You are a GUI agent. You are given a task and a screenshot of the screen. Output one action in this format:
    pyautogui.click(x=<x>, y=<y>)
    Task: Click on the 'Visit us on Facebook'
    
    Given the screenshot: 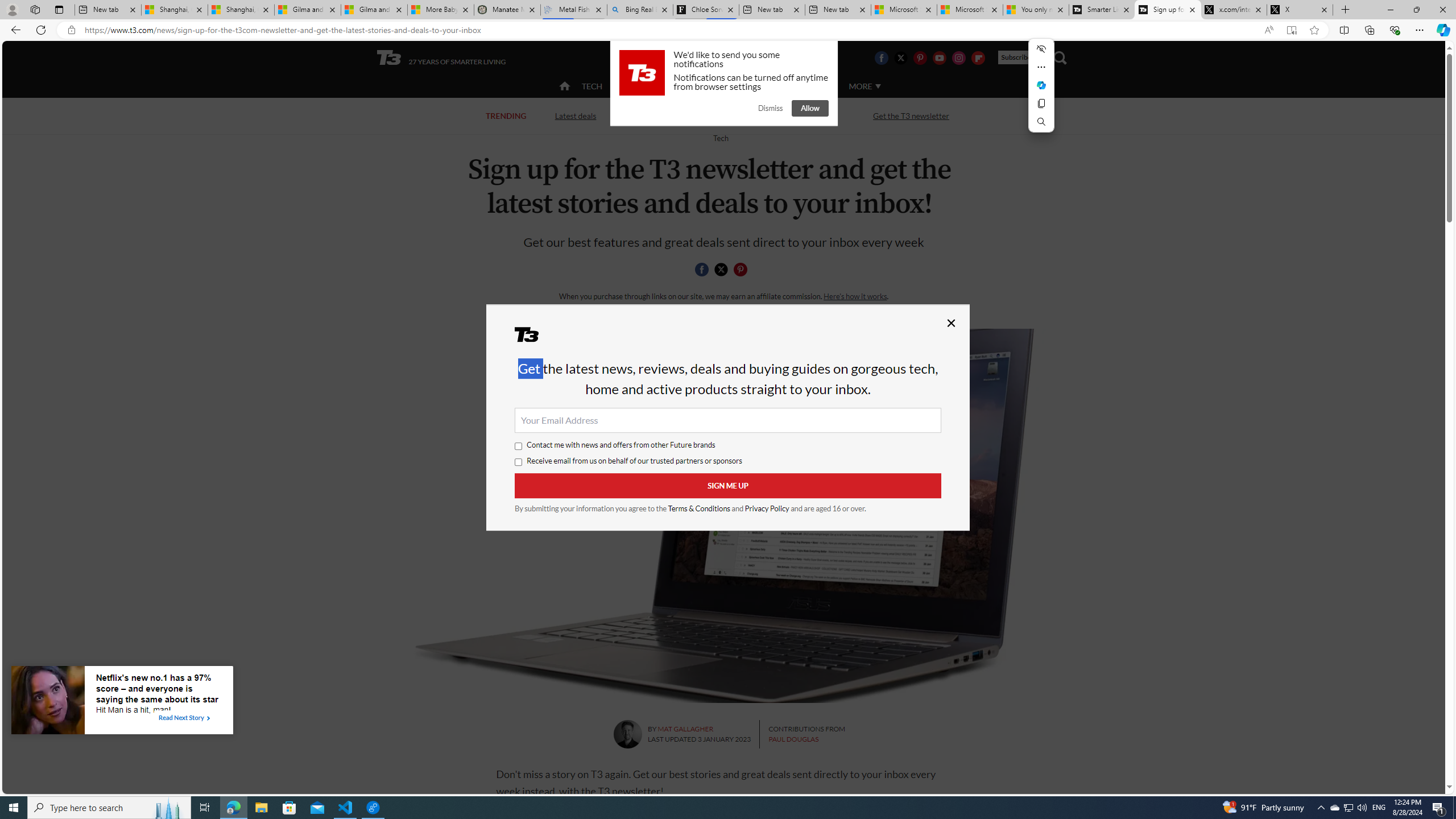 What is the action you would take?
    pyautogui.click(x=880, y=57)
    